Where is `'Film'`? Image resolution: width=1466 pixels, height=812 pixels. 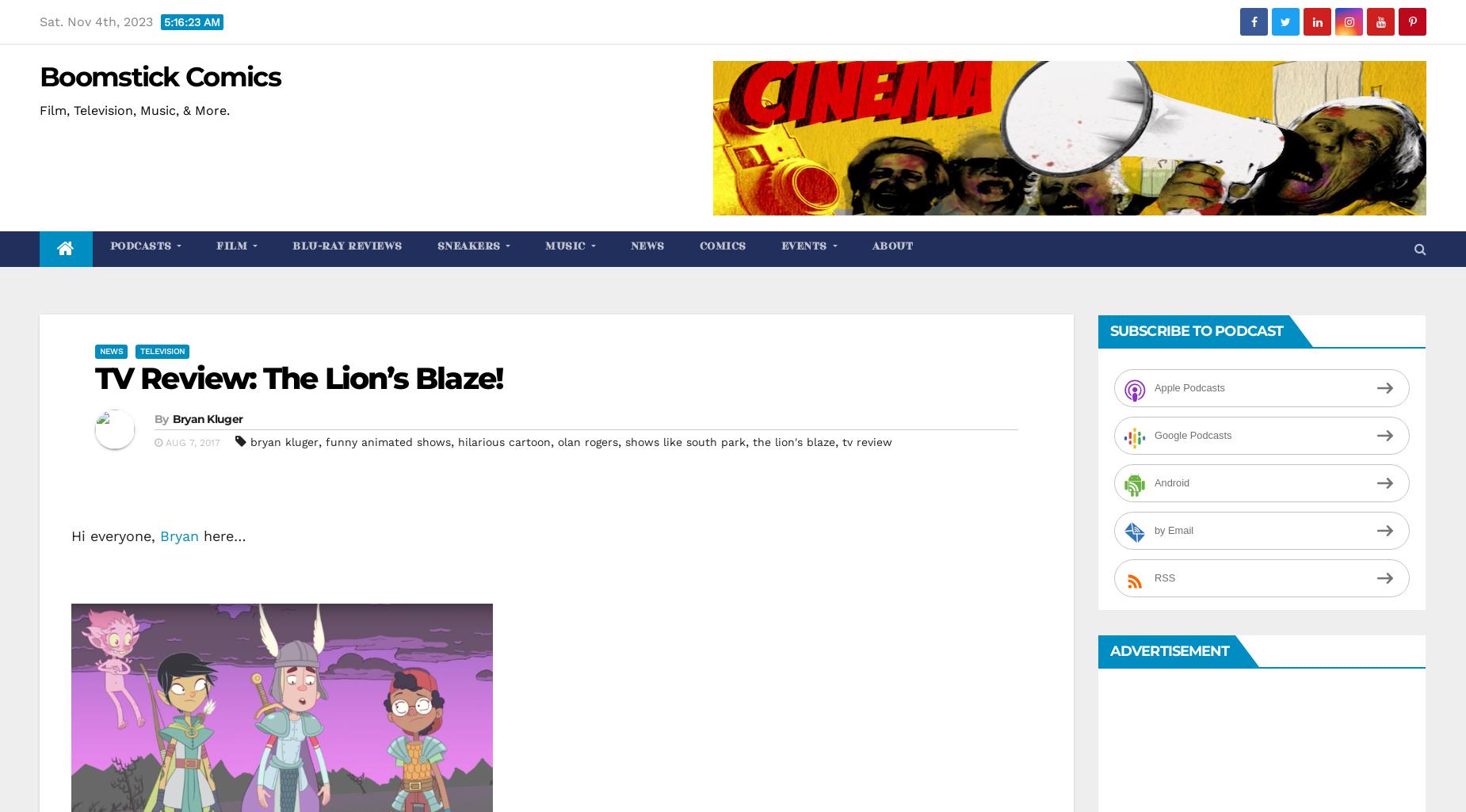 'Film' is located at coordinates (216, 246).